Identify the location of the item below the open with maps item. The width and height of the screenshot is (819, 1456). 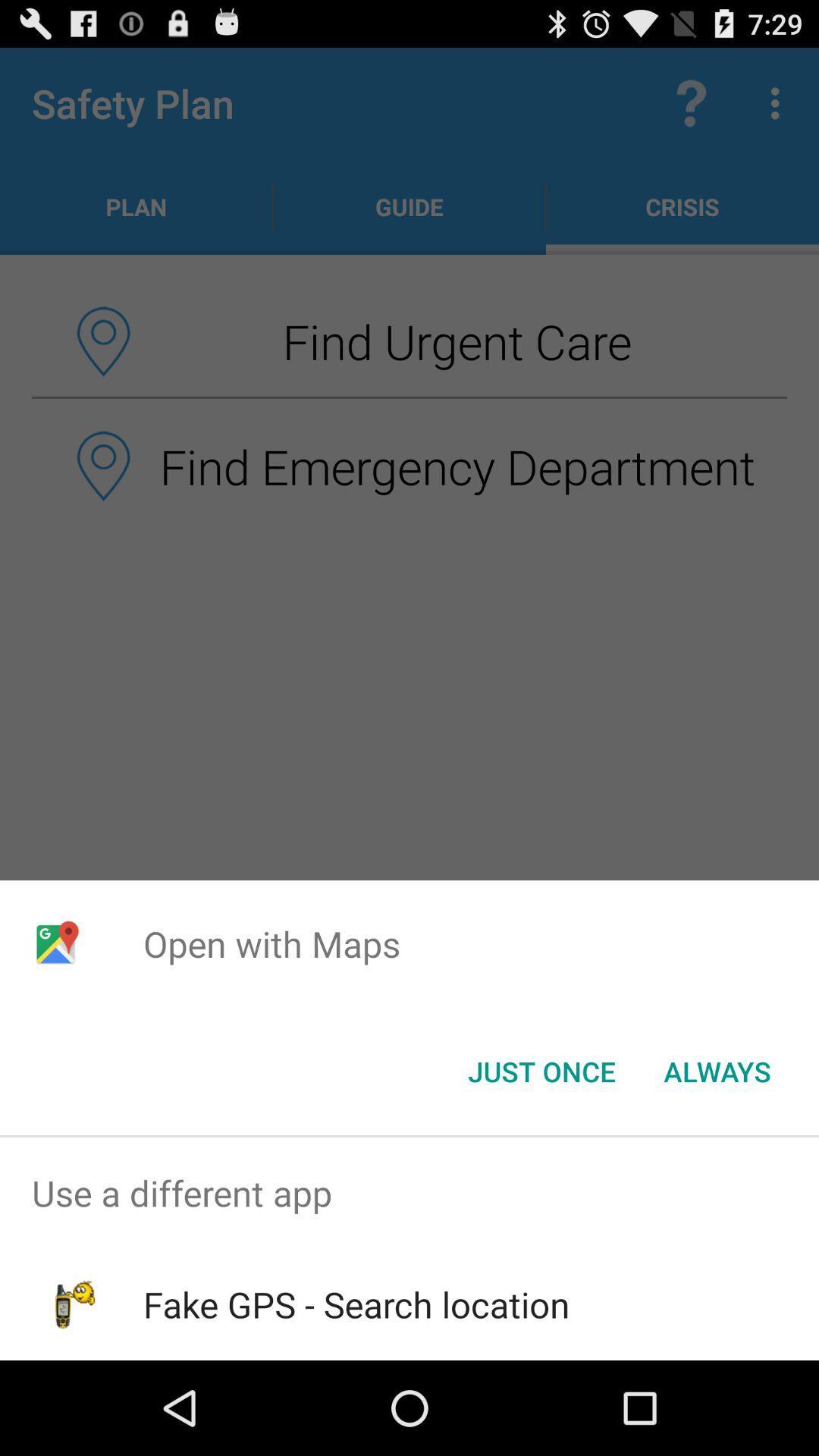
(541, 1070).